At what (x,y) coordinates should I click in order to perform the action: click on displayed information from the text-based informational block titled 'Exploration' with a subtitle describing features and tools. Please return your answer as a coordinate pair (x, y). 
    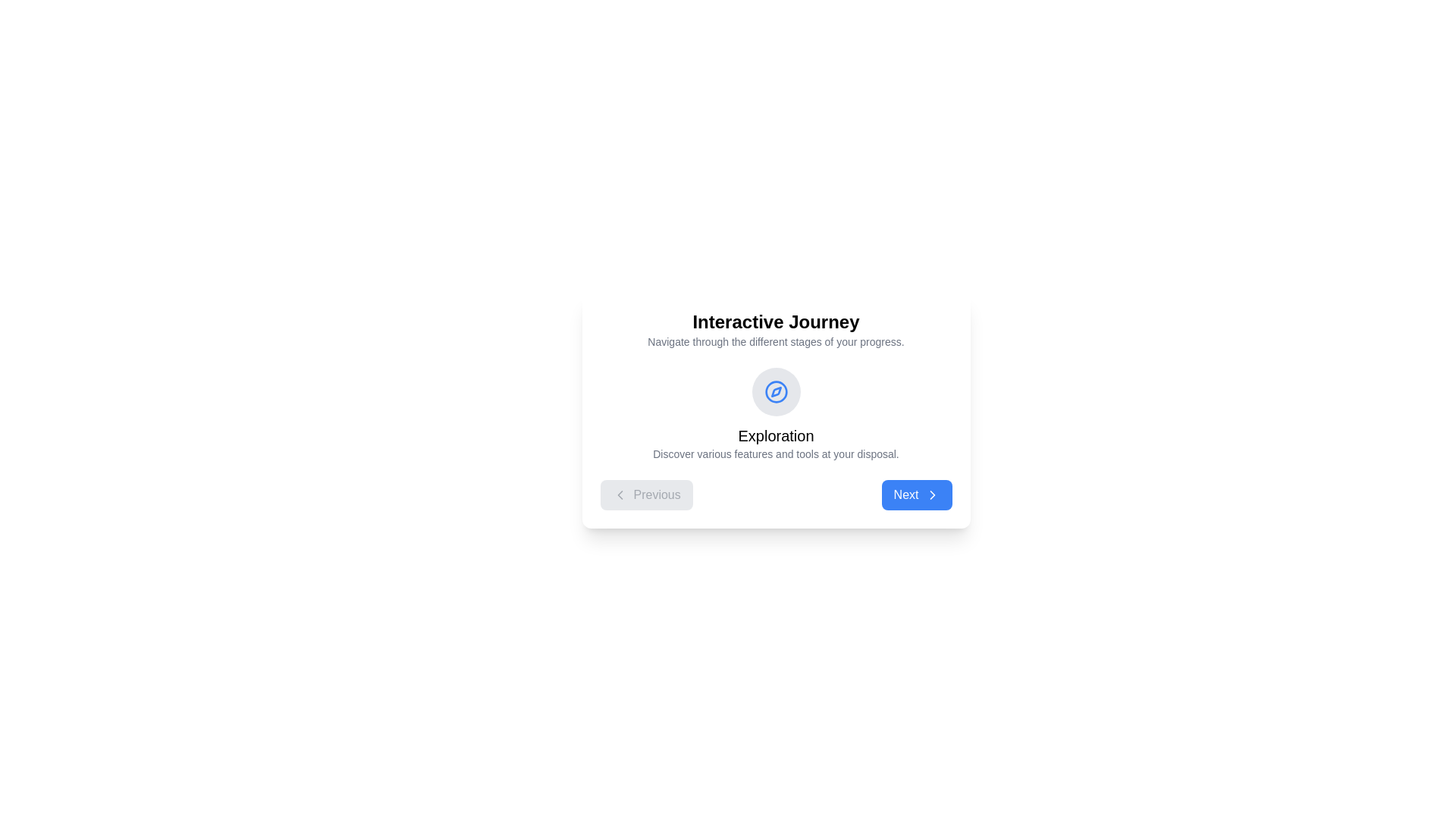
    Looking at the image, I should click on (776, 438).